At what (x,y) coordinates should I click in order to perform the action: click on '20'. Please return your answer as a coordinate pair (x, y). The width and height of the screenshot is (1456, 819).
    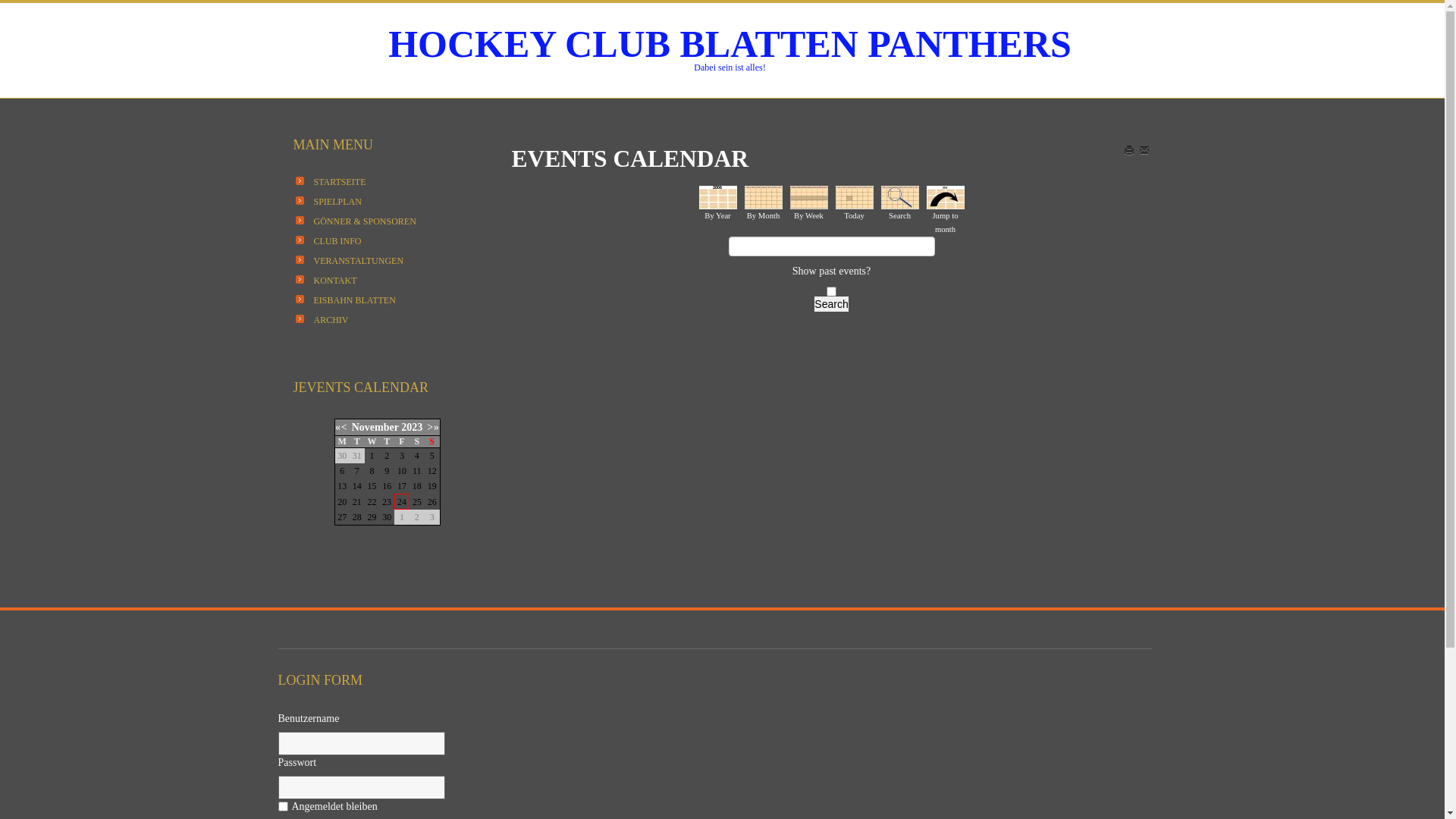
    Looking at the image, I should click on (341, 500).